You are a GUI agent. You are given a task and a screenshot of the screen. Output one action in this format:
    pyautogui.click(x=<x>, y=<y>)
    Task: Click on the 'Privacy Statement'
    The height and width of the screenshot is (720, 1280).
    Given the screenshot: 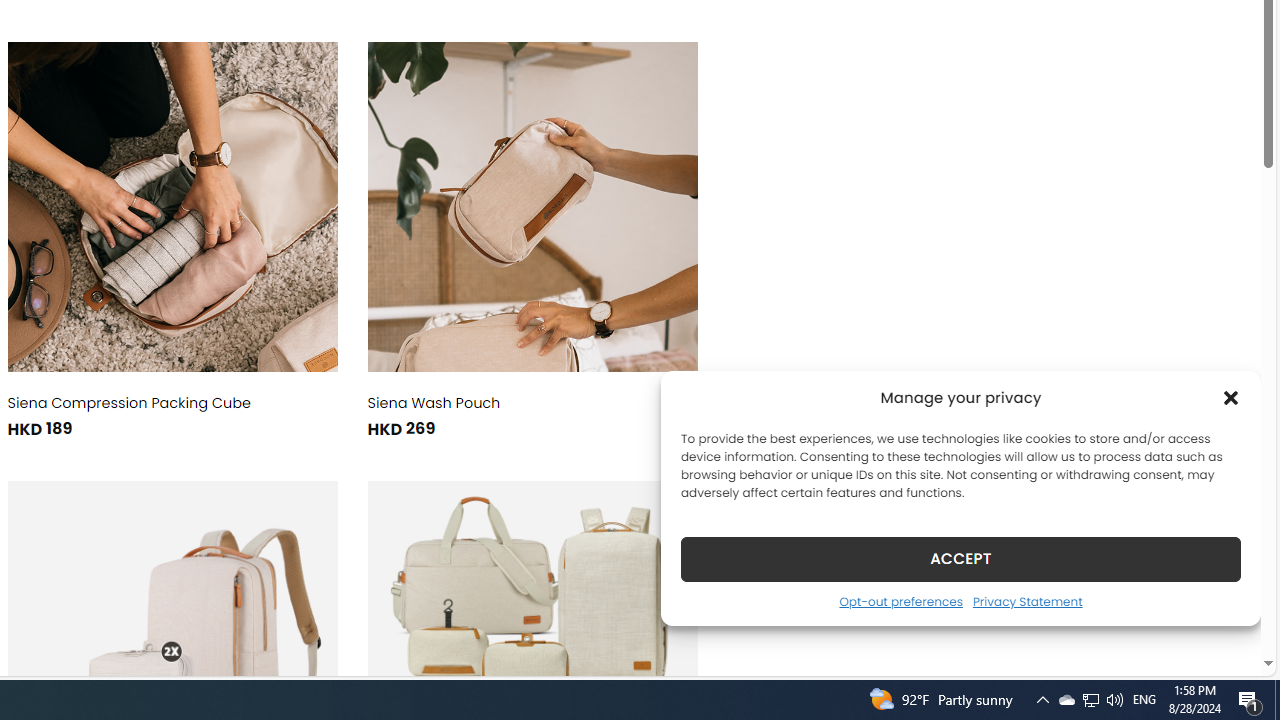 What is the action you would take?
    pyautogui.click(x=1027, y=600)
    